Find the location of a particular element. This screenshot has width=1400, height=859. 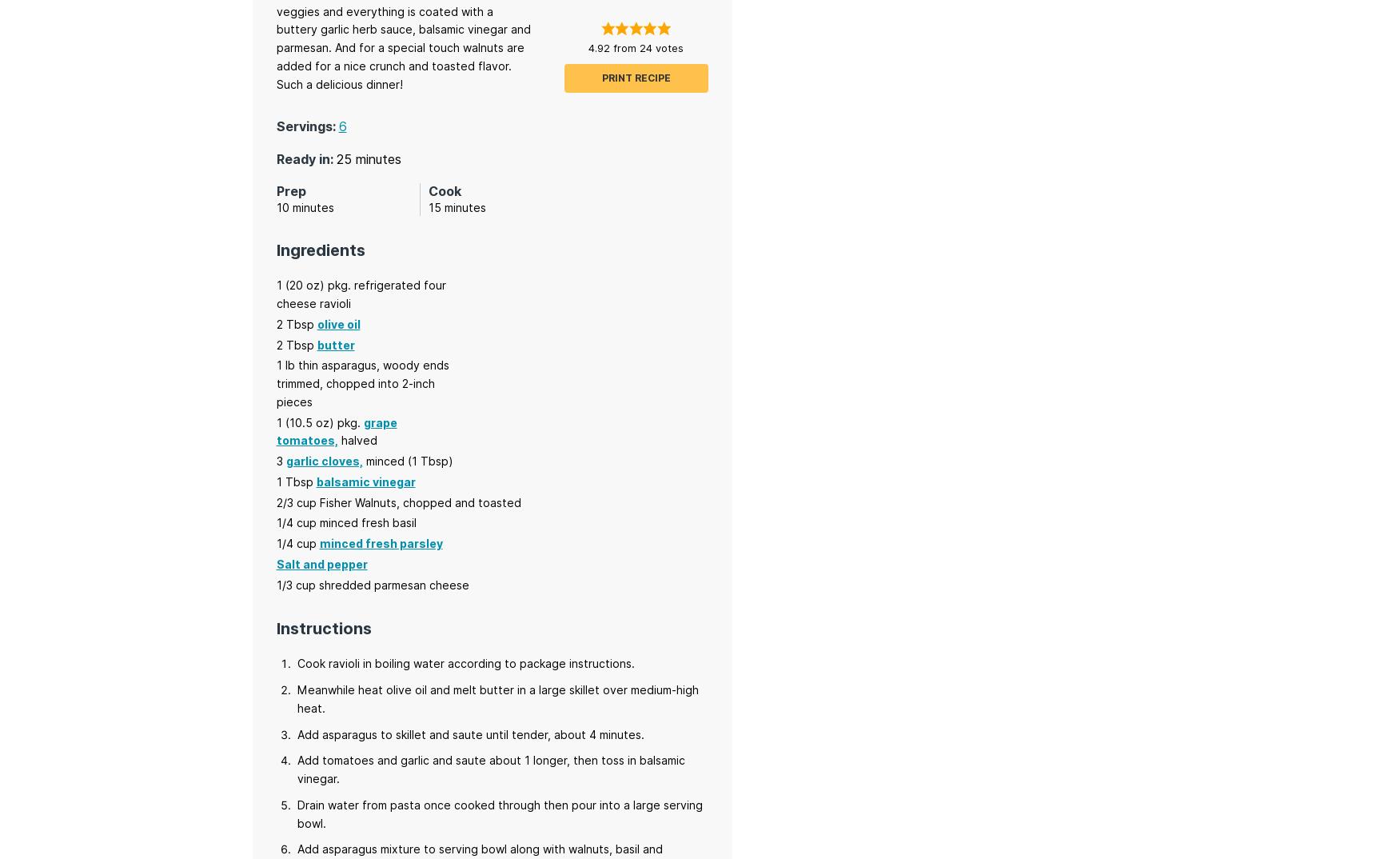

'Fisher Walnuts,' is located at coordinates (358, 501).